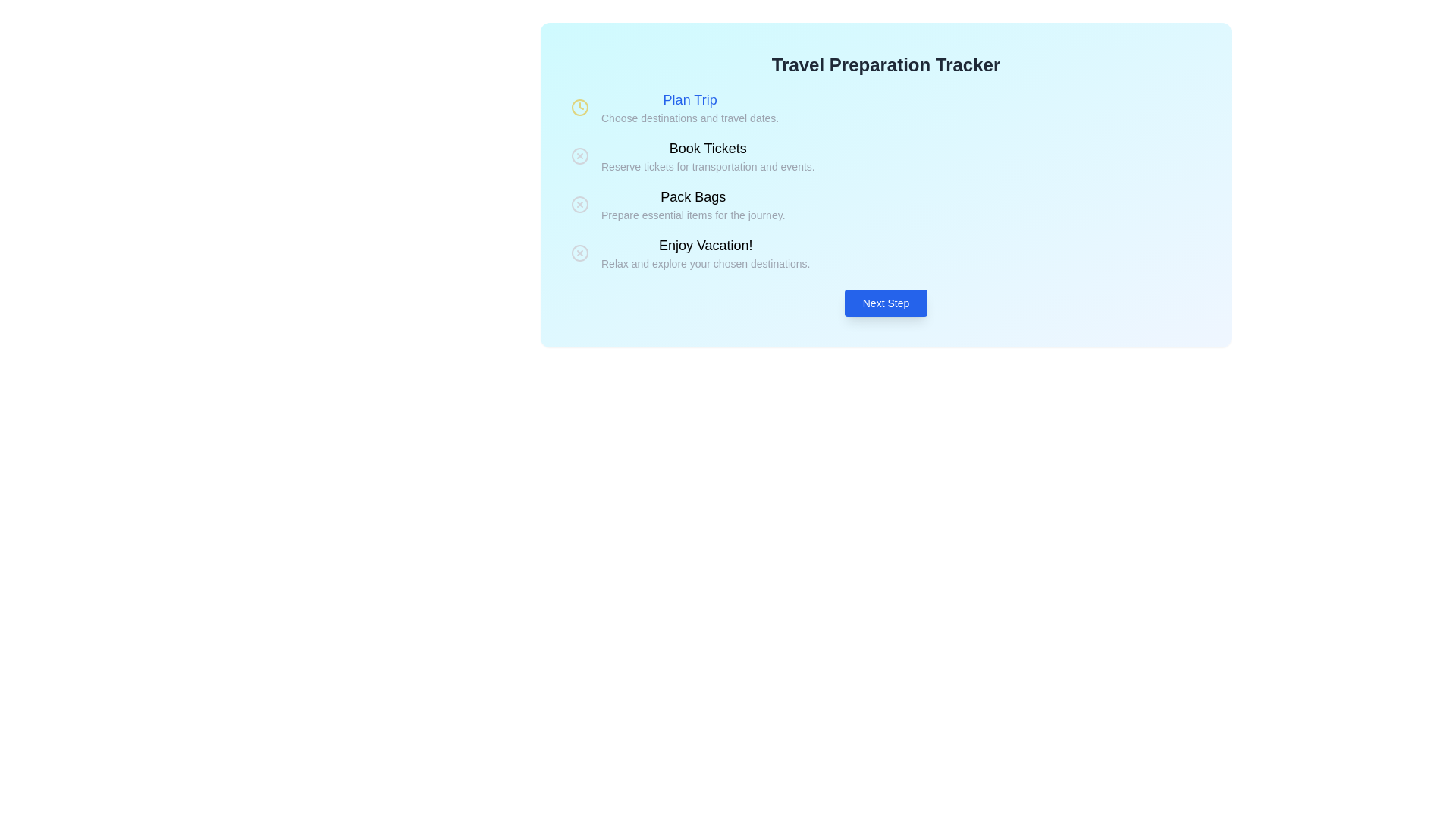 The width and height of the screenshot is (1456, 819). What do you see at coordinates (886, 303) in the screenshot?
I see `the rectangular button with a blue background and white text reading 'Next Step' for accessibility interactions` at bounding box center [886, 303].